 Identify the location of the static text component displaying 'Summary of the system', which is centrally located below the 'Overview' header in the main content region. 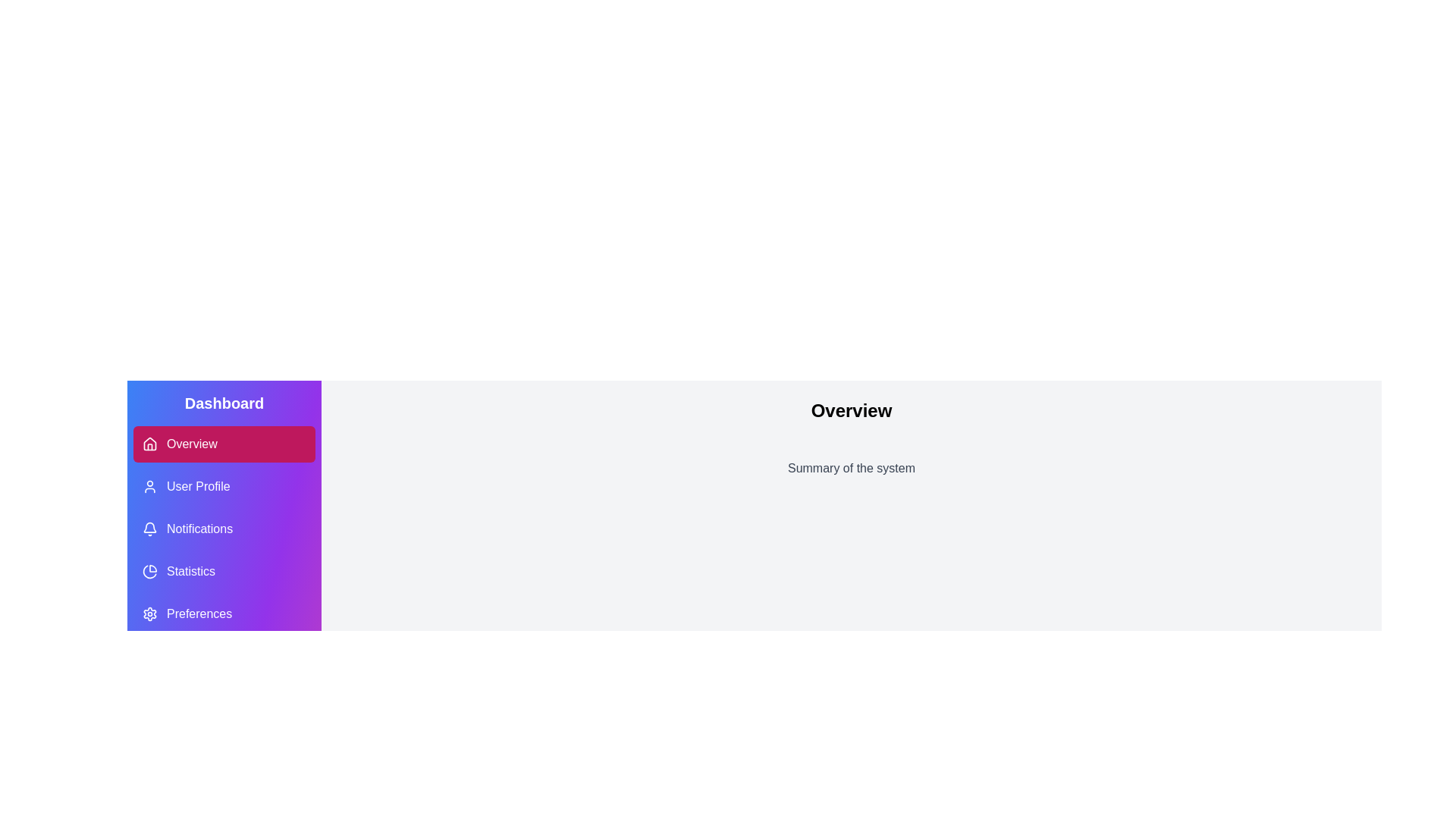
(852, 467).